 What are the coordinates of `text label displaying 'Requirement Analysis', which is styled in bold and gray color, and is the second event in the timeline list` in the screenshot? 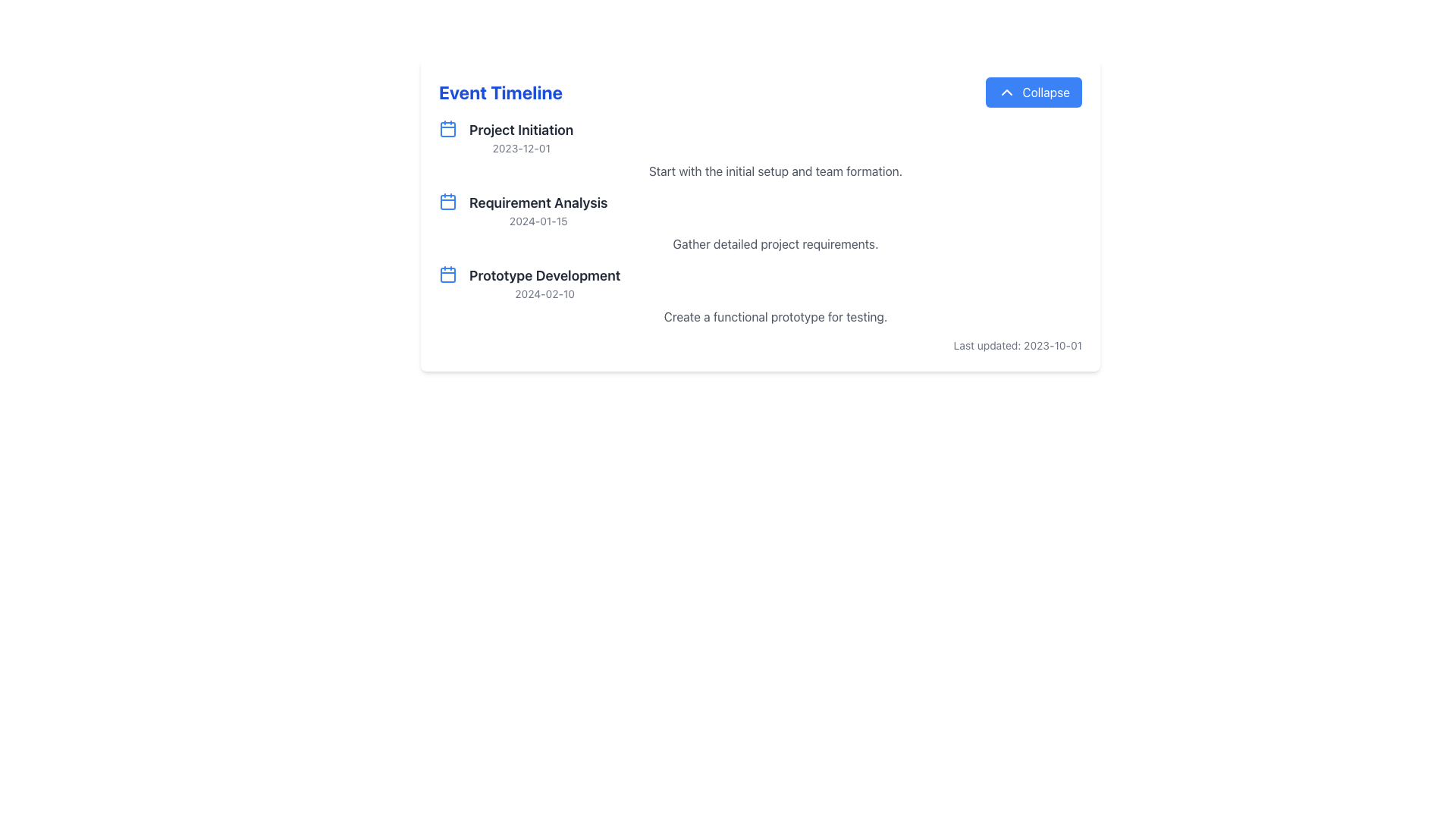 It's located at (538, 202).